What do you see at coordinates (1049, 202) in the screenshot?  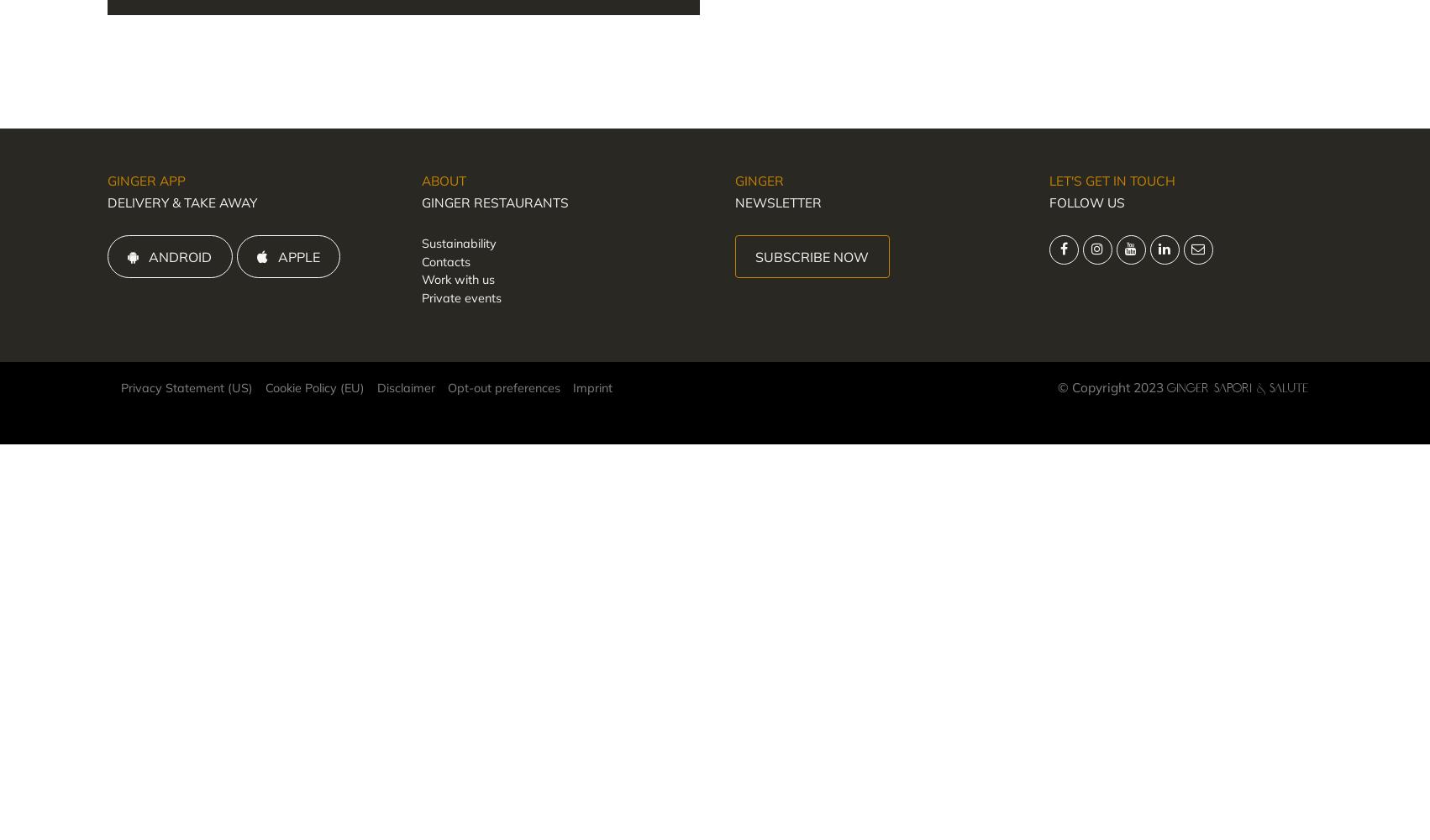 I see `'FOLLOW US'` at bounding box center [1049, 202].